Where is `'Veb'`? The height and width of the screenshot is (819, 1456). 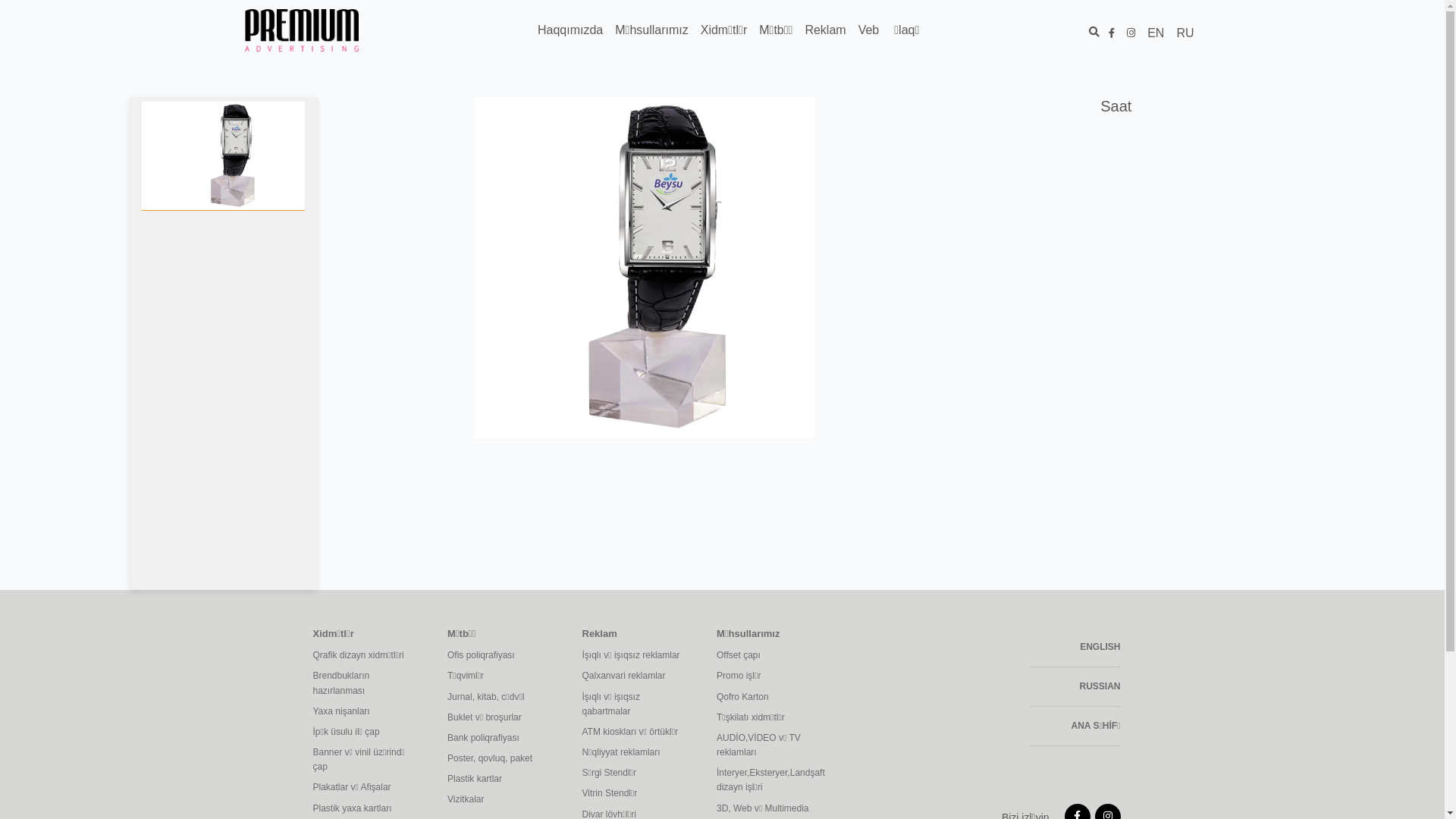 'Veb' is located at coordinates (869, 30).